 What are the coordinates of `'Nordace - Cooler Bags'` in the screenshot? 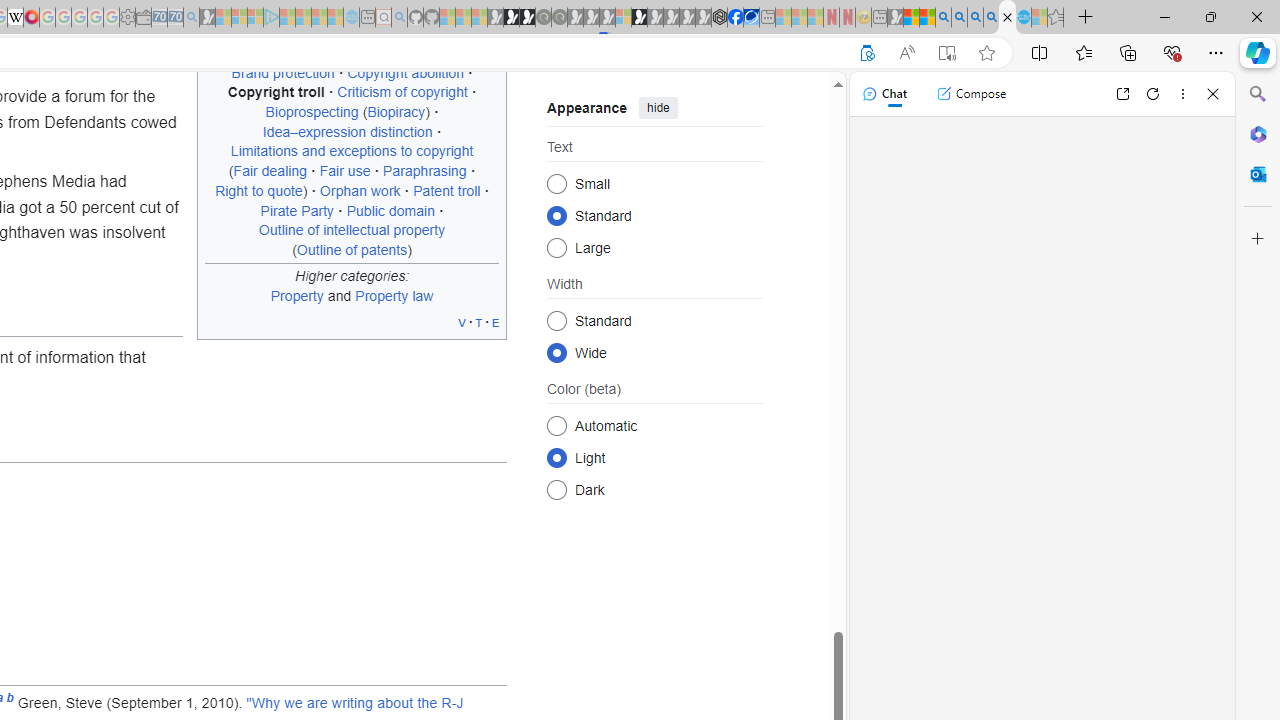 It's located at (719, 17).